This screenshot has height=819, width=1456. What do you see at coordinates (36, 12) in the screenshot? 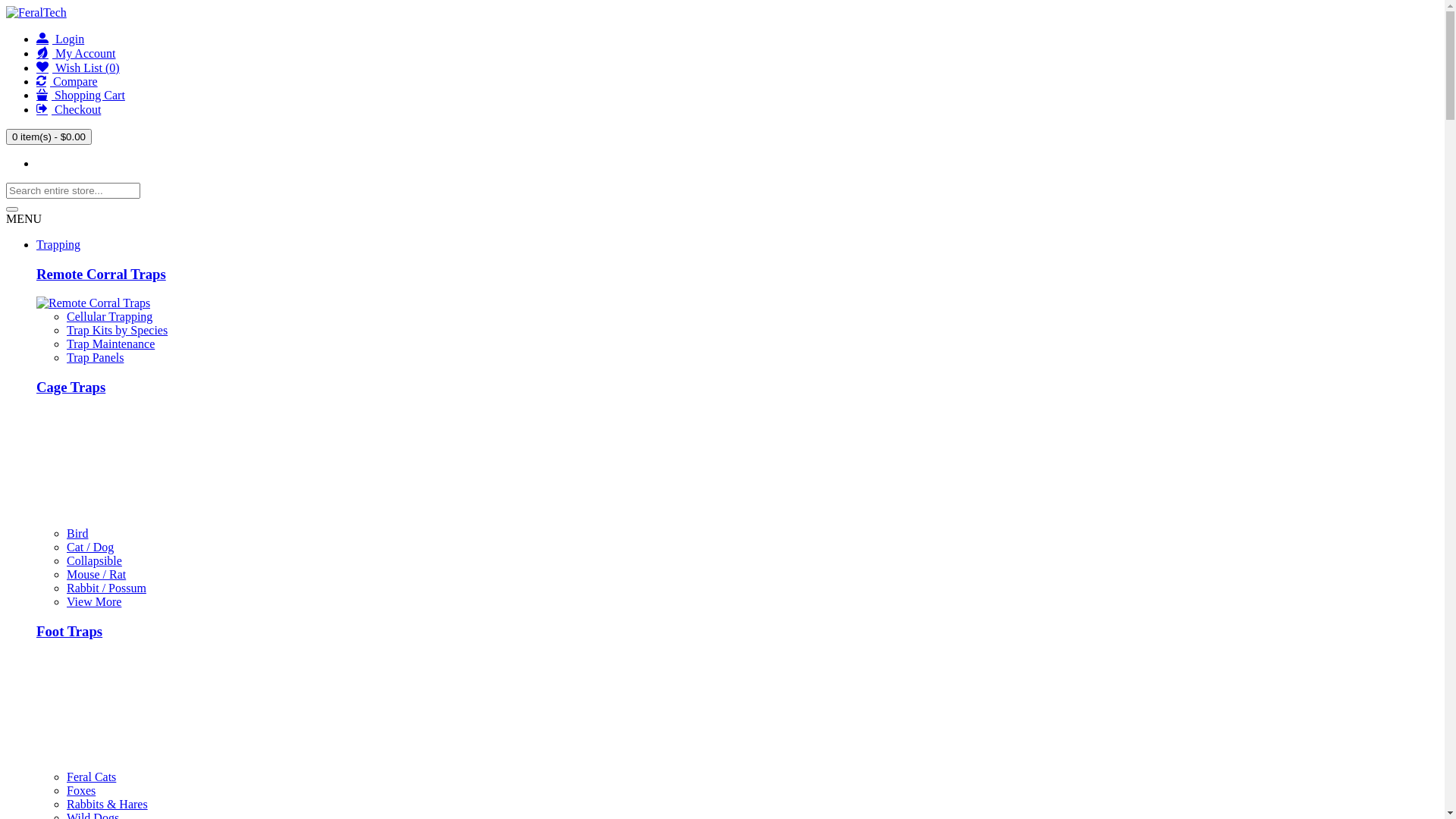
I see `'FeralTech'` at bounding box center [36, 12].